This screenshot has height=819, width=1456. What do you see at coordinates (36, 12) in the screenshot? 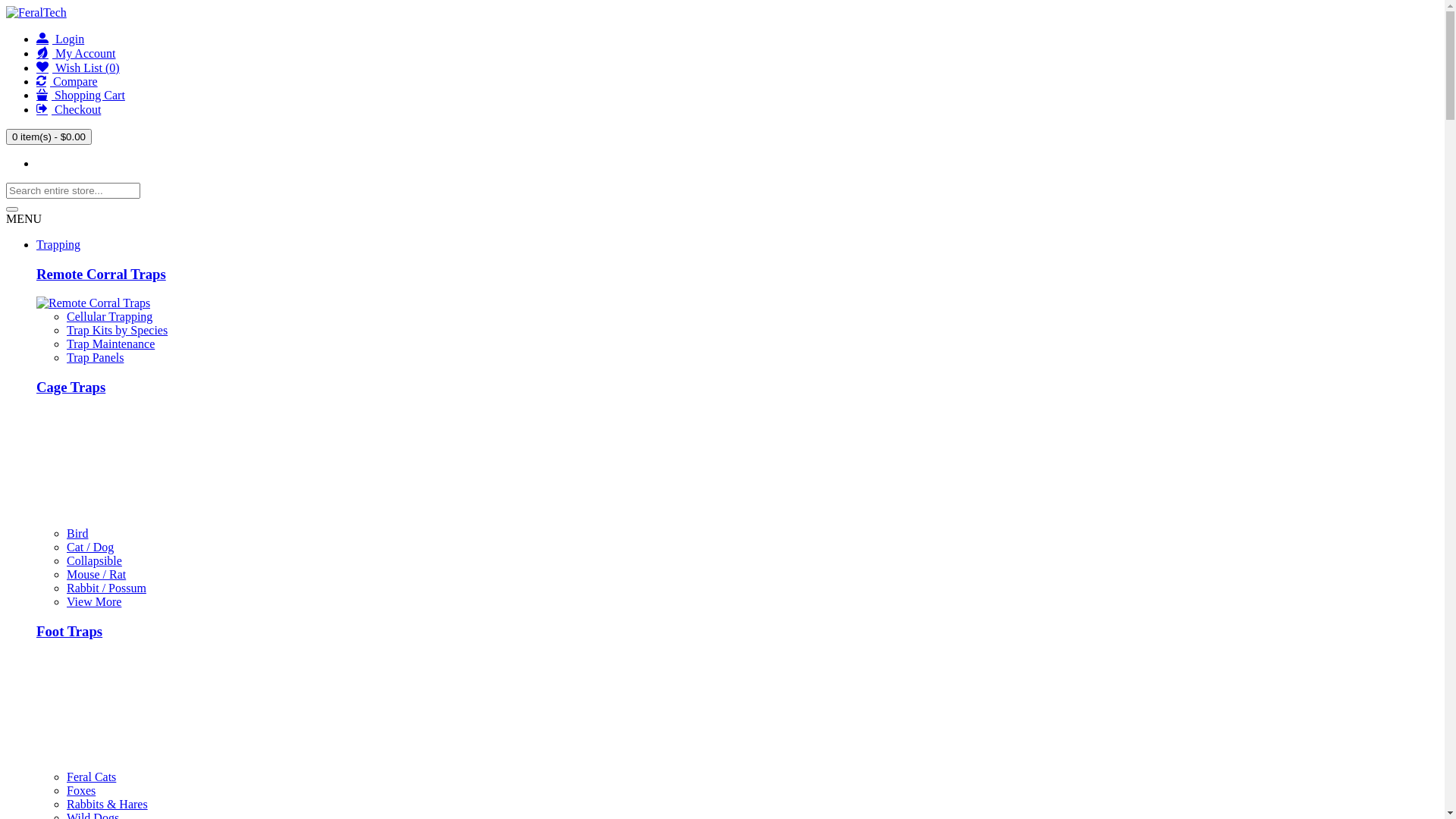
I see `'FeralTech'` at bounding box center [36, 12].